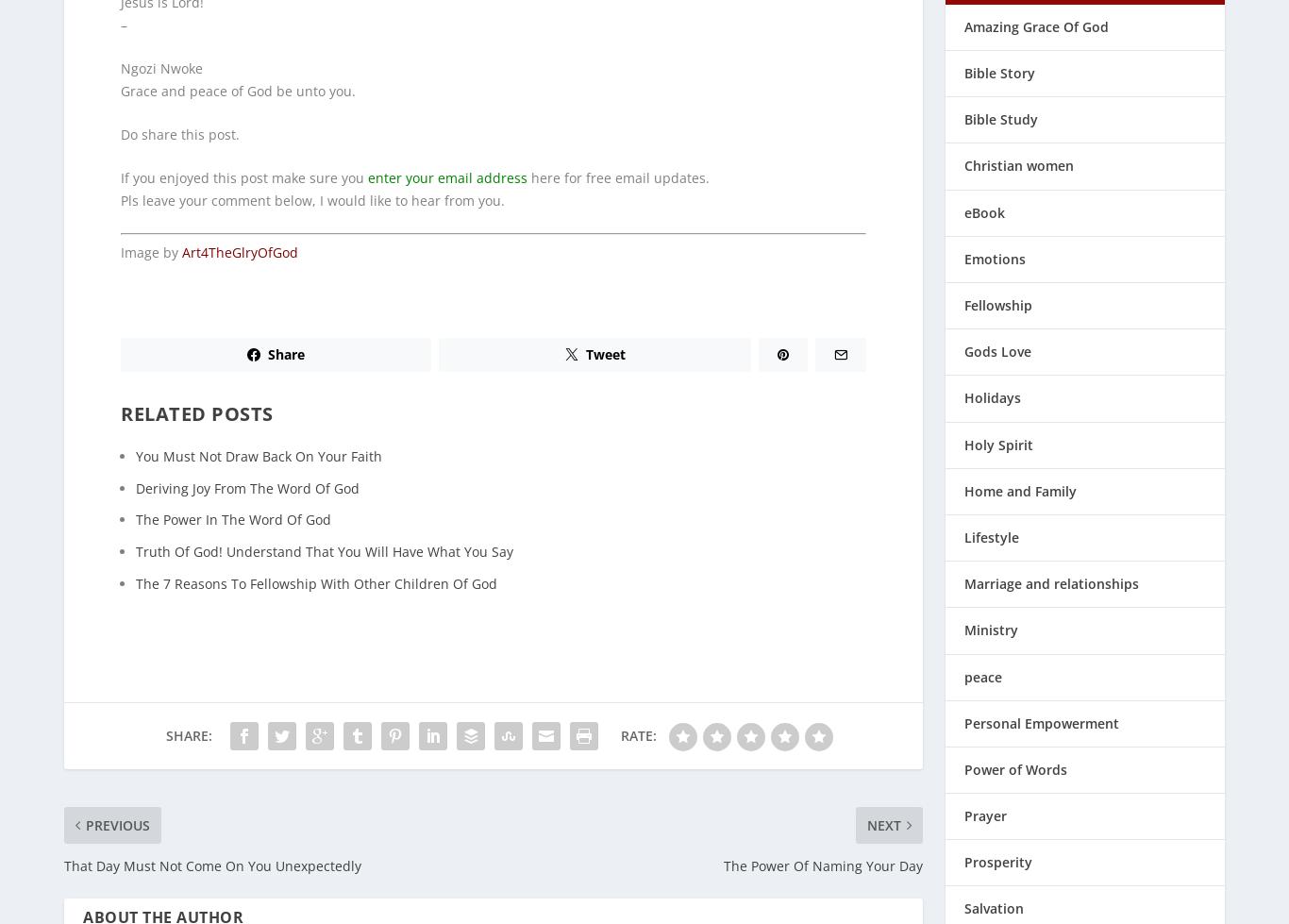 The image size is (1289, 924). I want to click on 'Fellowship', so click(996, 293).